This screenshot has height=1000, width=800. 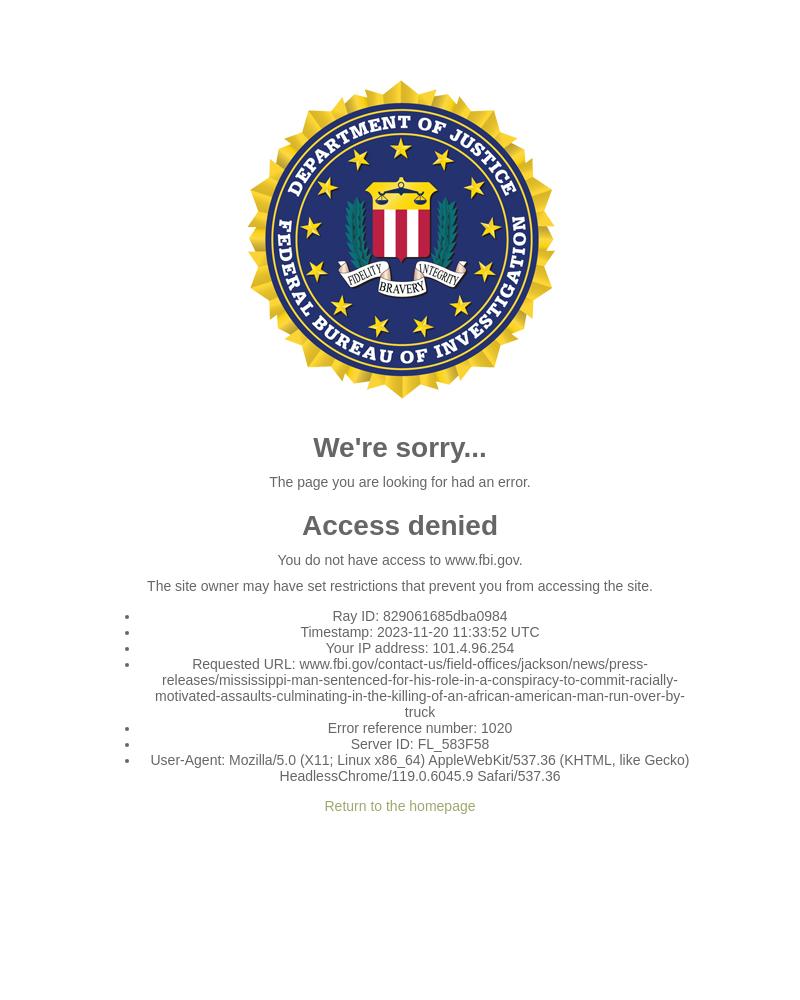 What do you see at coordinates (146, 585) in the screenshot?
I see `'The site owner may have set restrictions that prevent you from accessing the site.'` at bounding box center [146, 585].